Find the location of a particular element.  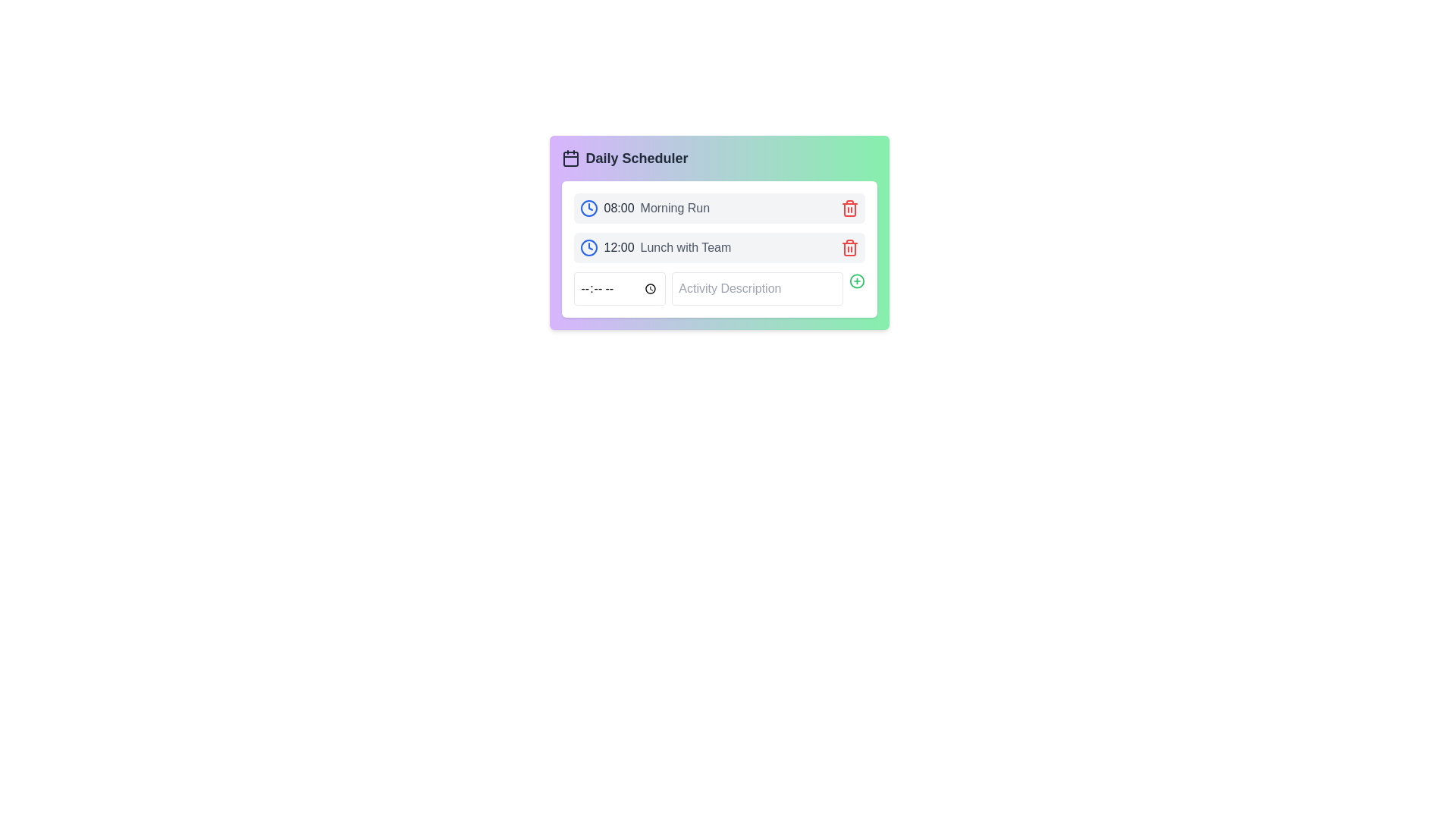

the text element that describes the scheduled activity 'Lunch with Team', which is the second entry in the list of activities associated with the time entry '12:00' is located at coordinates (685, 247).